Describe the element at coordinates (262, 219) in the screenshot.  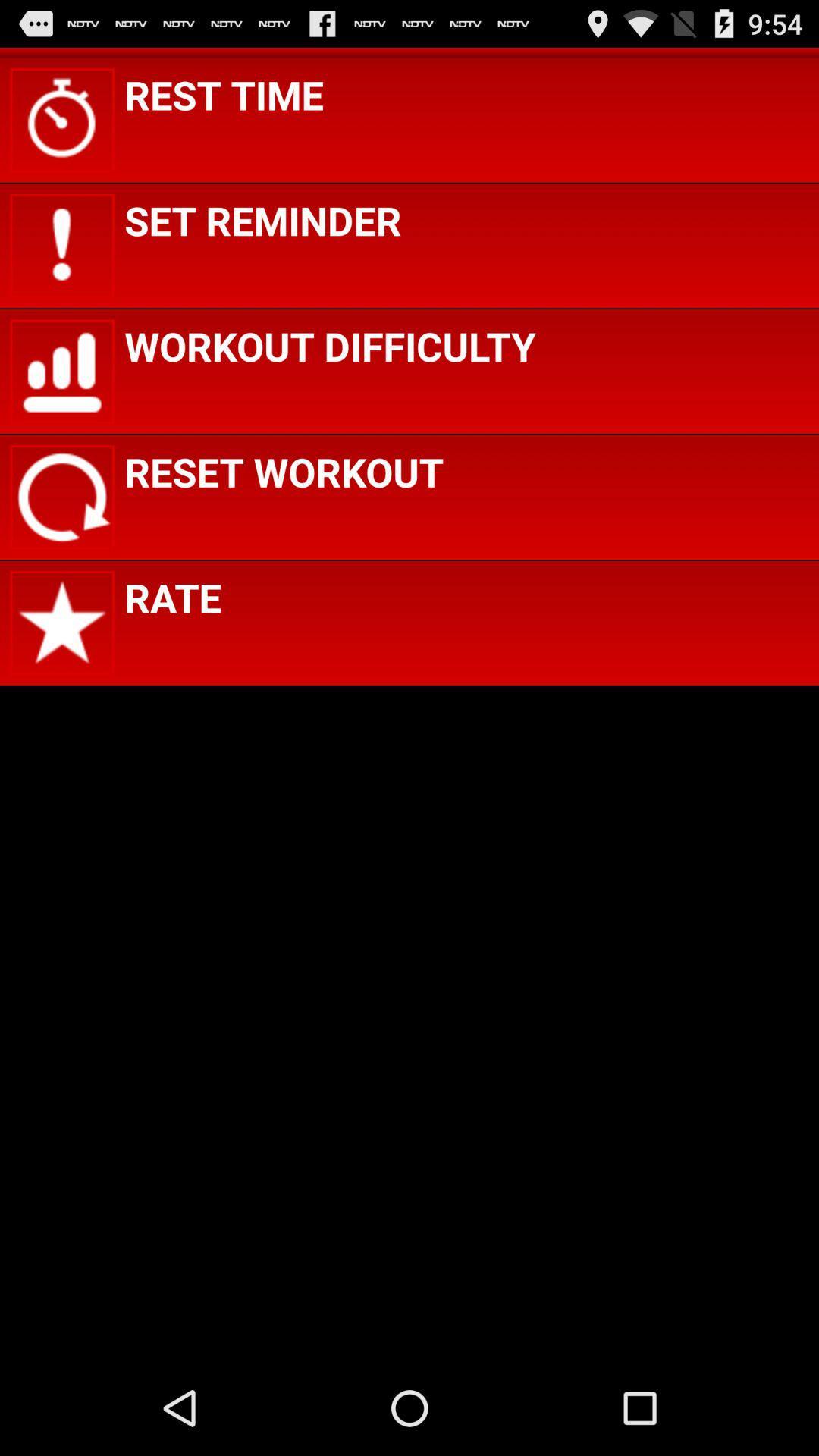
I see `set reminder icon` at that location.